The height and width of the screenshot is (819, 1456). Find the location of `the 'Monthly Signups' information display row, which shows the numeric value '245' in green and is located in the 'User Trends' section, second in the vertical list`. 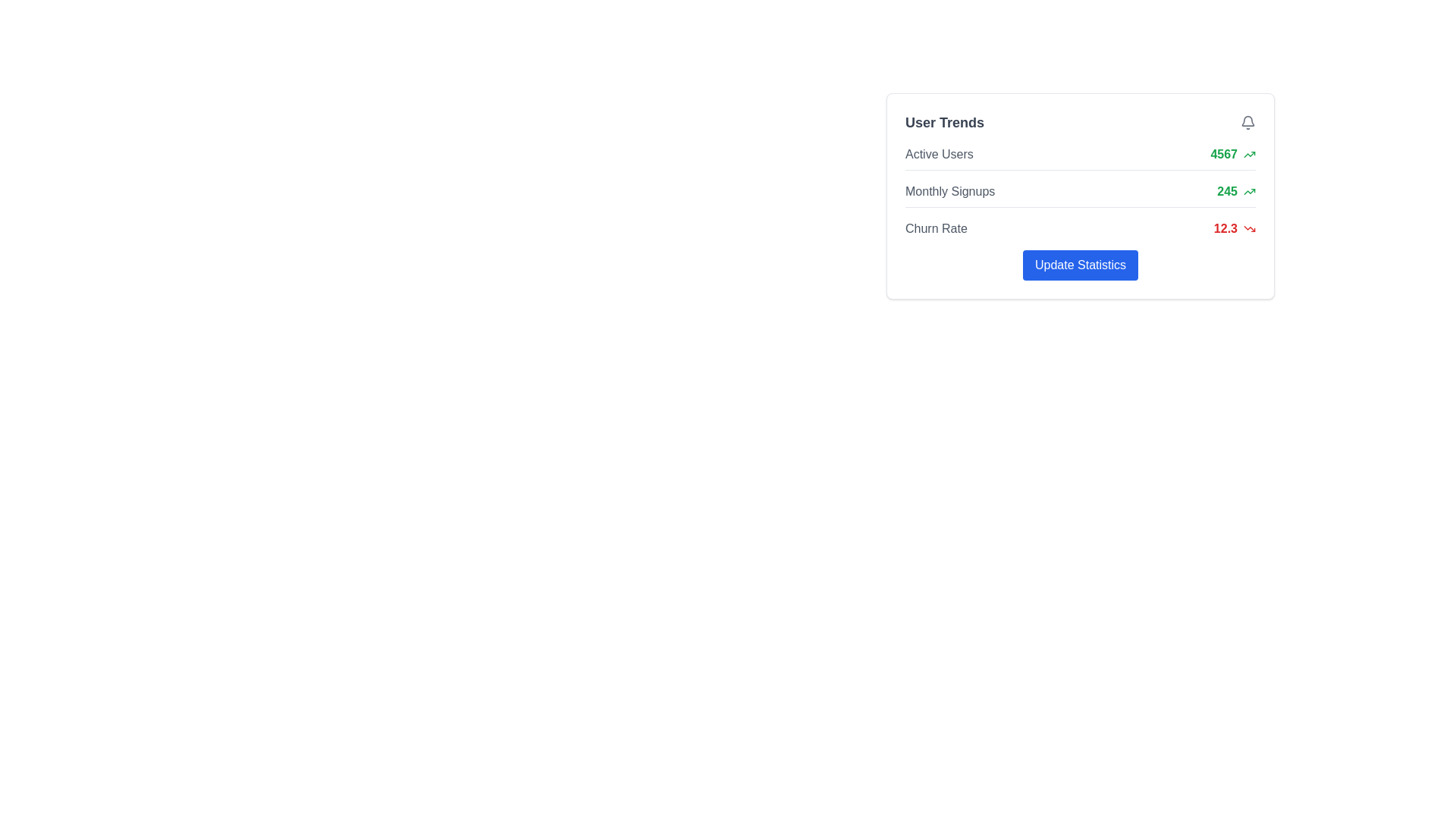

the 'Monthly Signups' information display row, which shows the numeric value '245' in green and is located in the 'User Trends' section, second in the vertical list is located at coordinates (1080, 194).